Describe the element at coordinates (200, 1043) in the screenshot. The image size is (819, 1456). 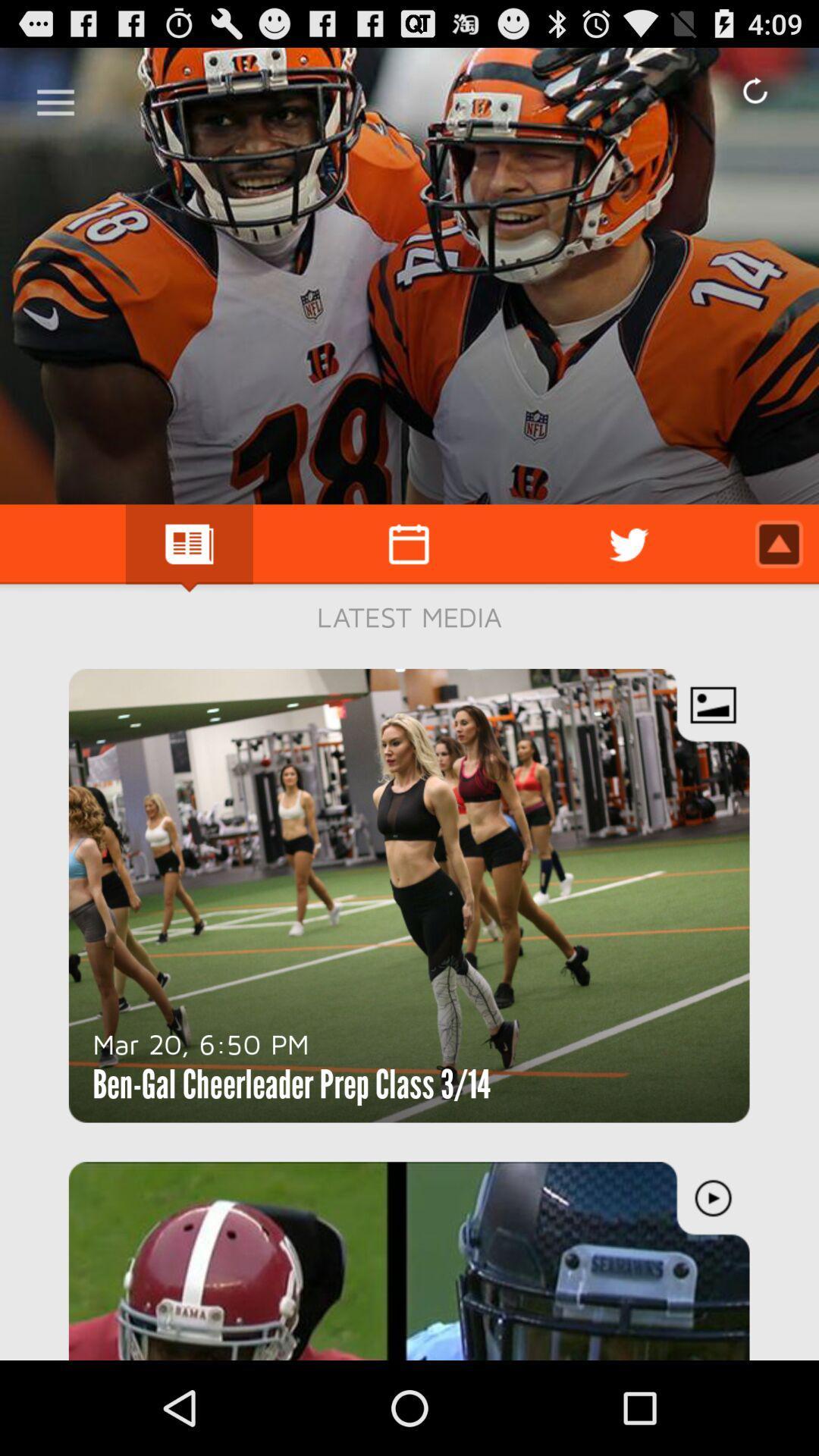
I see `the item above ben gal cheerleader item` at that location.